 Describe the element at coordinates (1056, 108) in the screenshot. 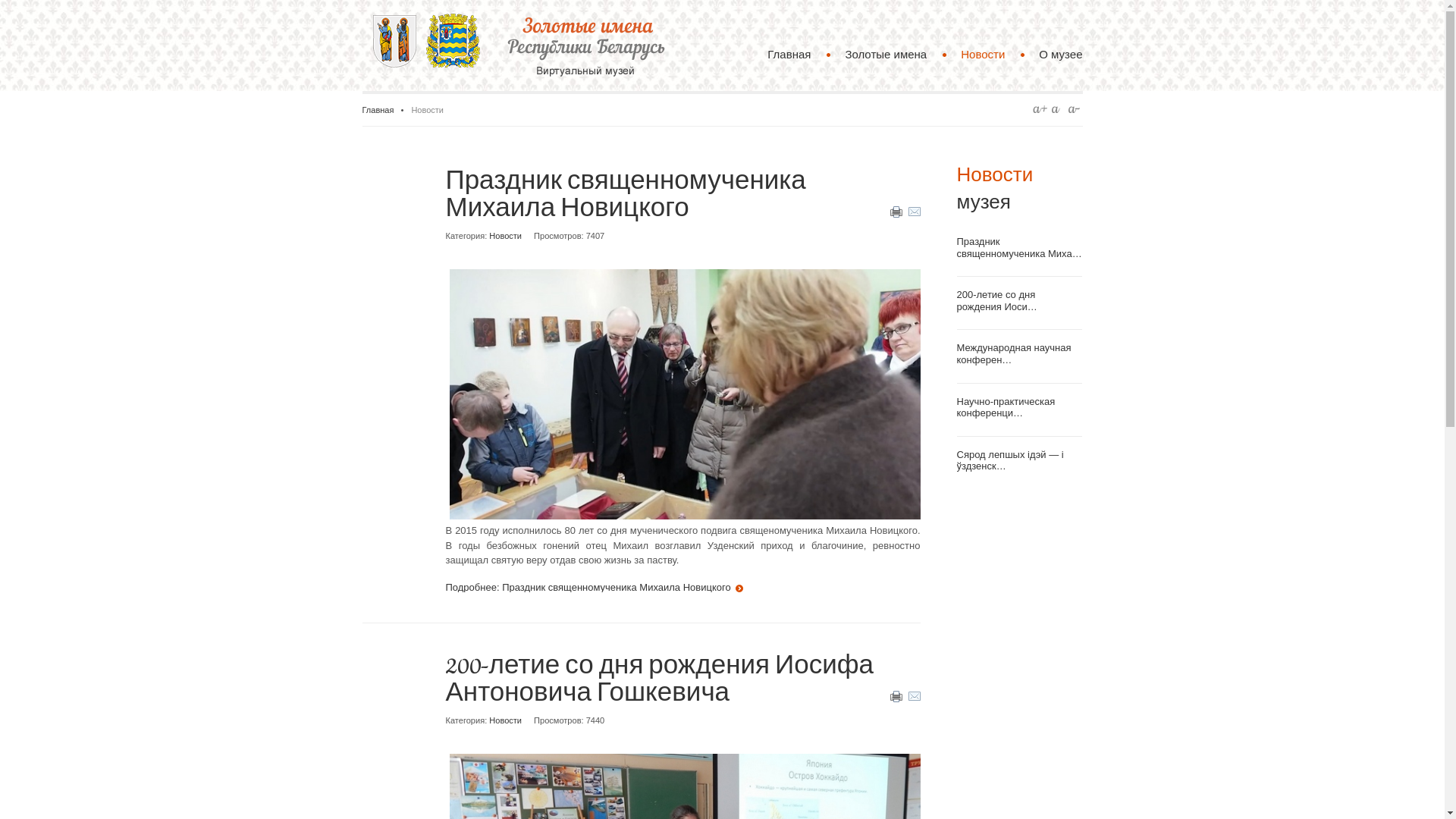

I see `'A'` at that location.